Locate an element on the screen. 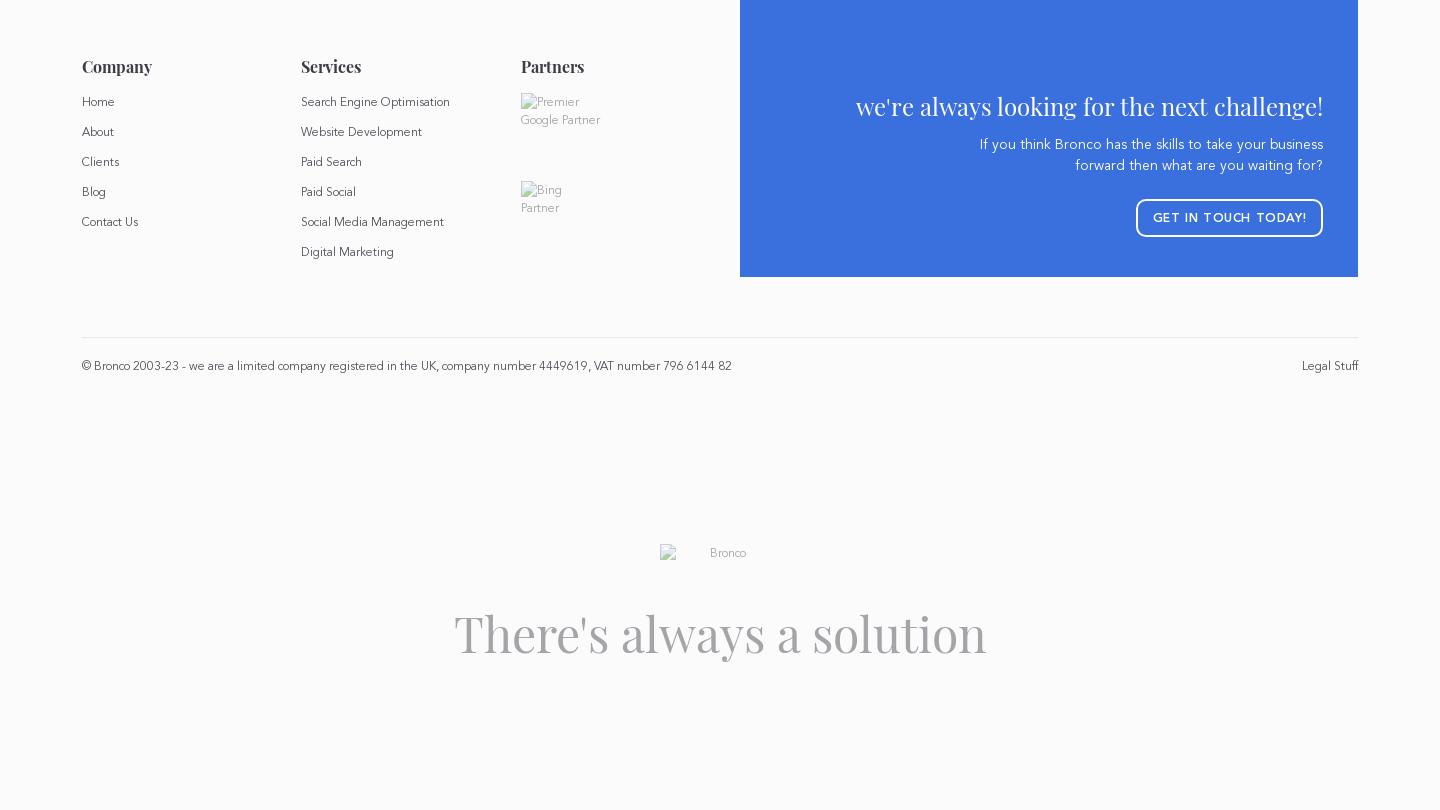  'Legal Stuff' is located at coordinates (1328, 365).